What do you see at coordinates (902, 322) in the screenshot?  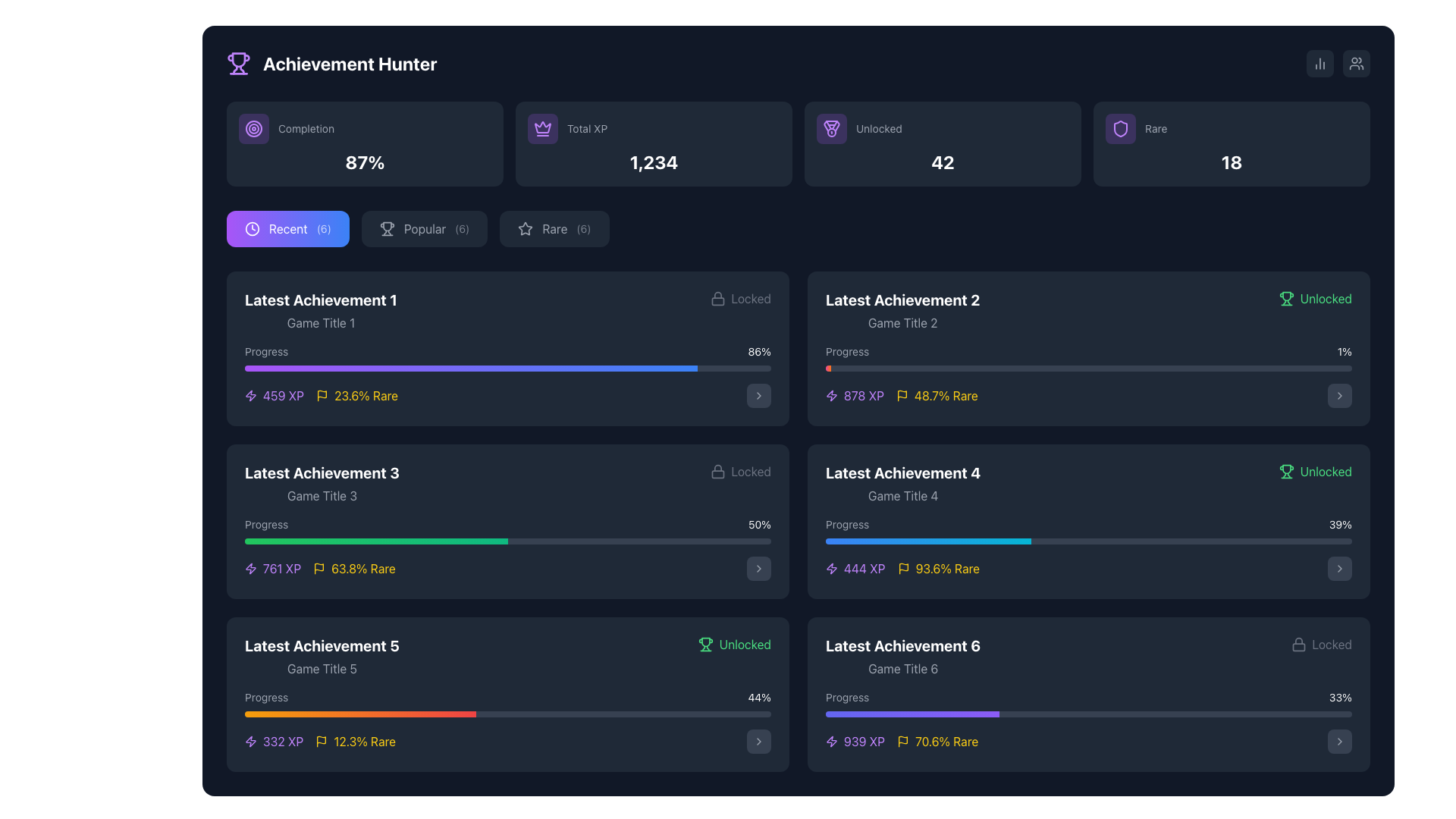 I see `the text element displaying 'Game Title 2', which is a smaller light gray subtitle located beneath 'Latest Achievement 2' in the right-hand column` at bounding box center [902, 322].